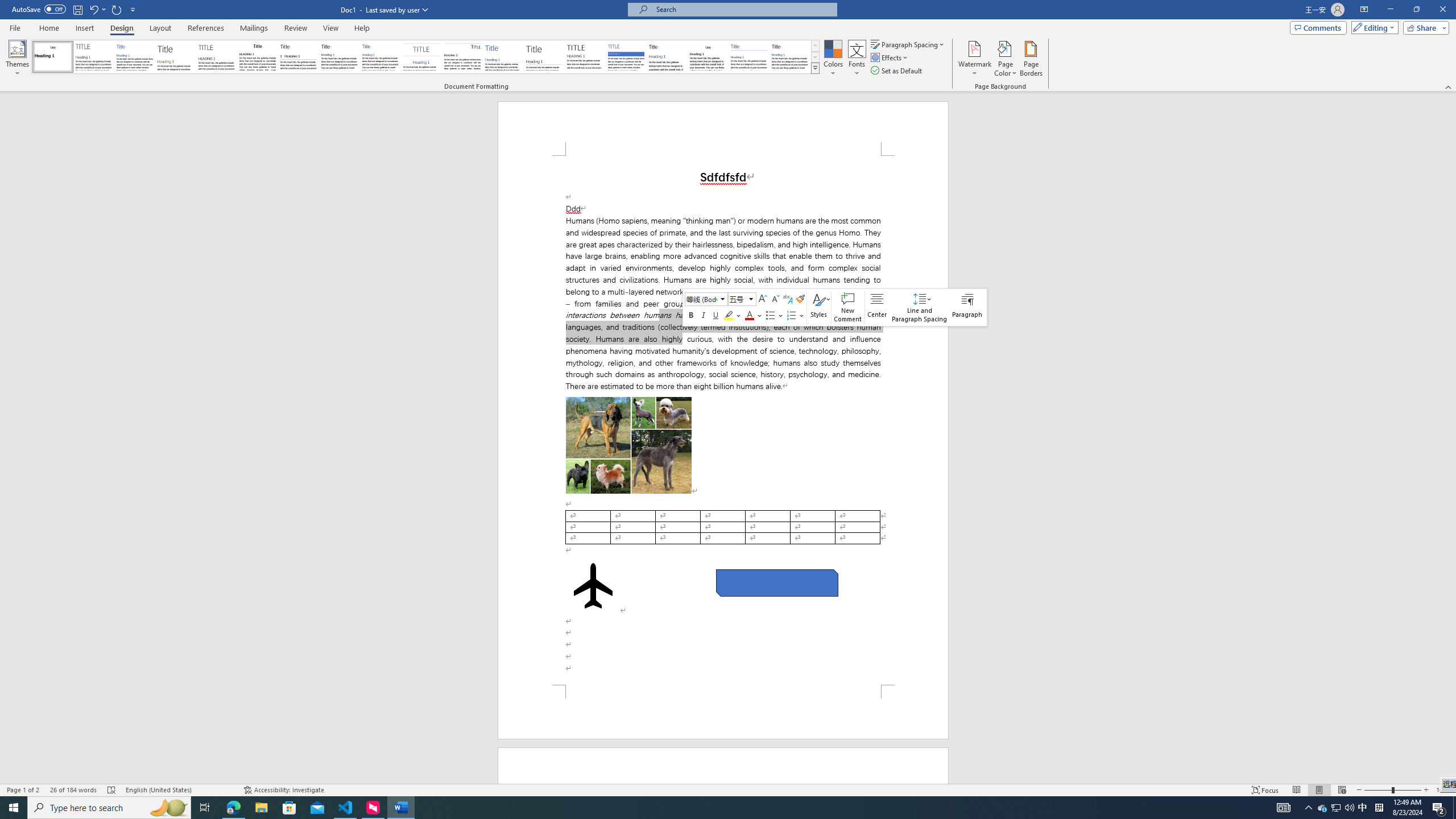 The width and height of the screenshot is (1456, 819). Describe the element at coordinates (848, 307) in the screenshot. I see `'New Comment'` at that location.